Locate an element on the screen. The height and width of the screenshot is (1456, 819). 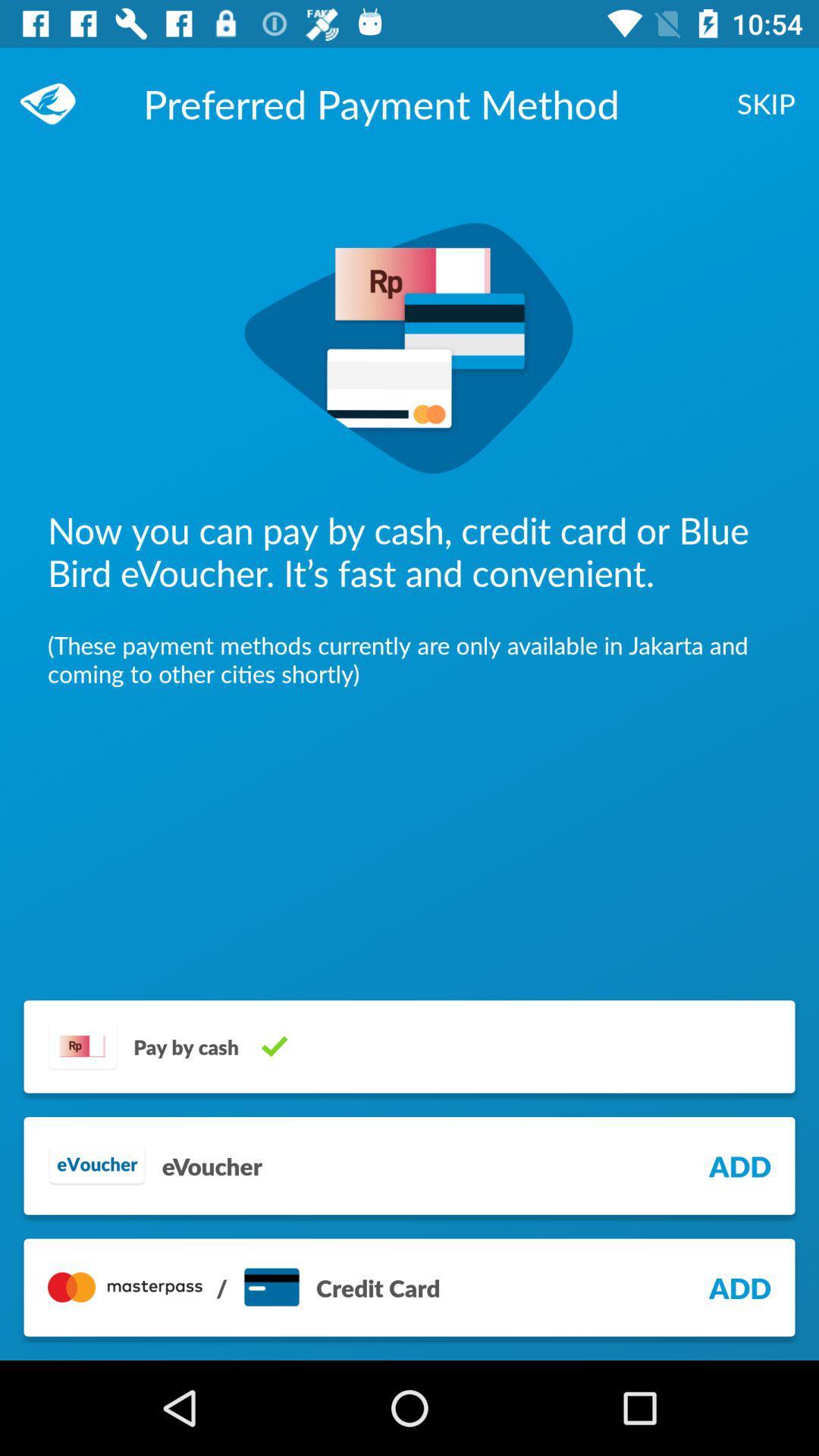
skip is located at coordinates (766, 102).